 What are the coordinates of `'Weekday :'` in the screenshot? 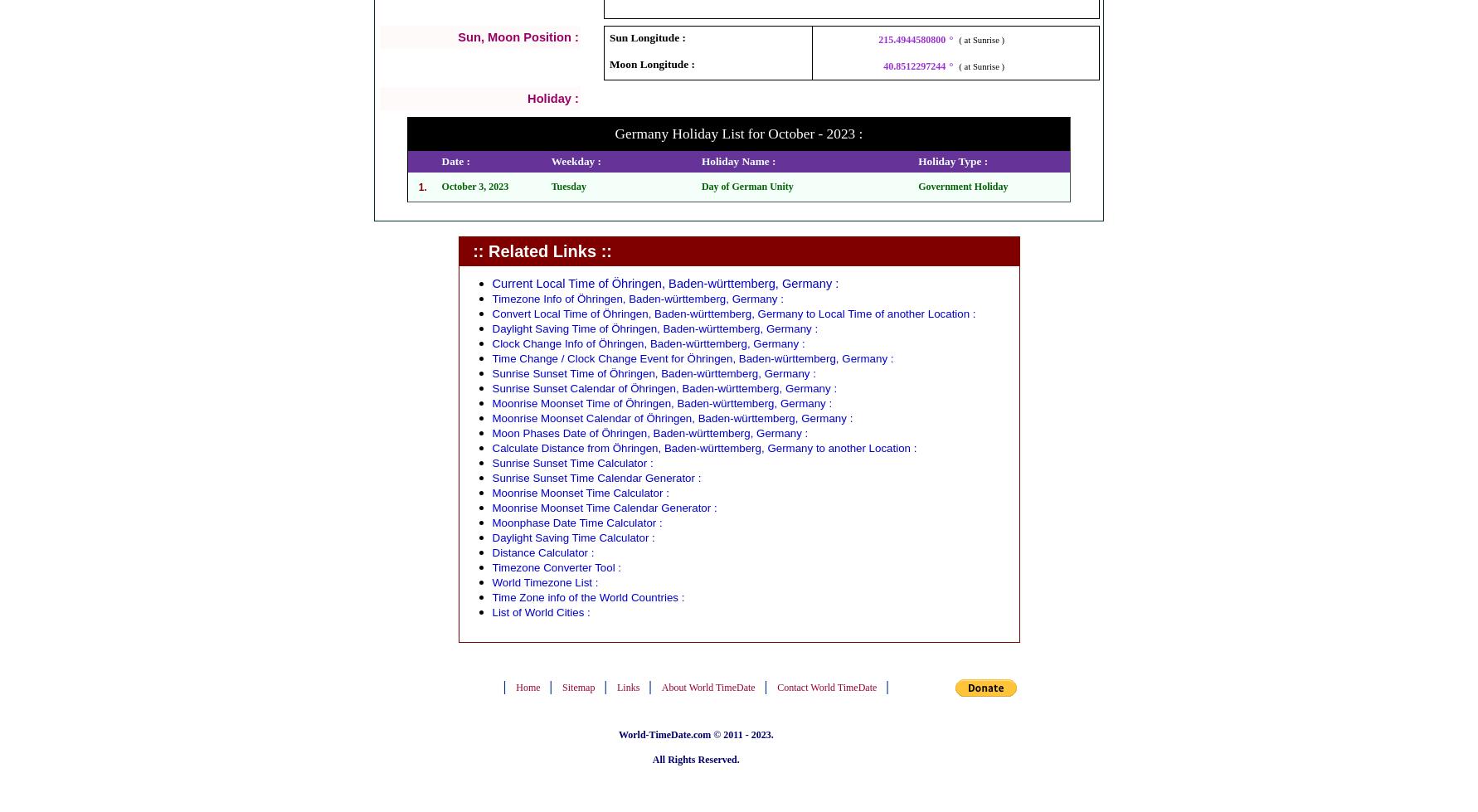 It's located at (575, 161).